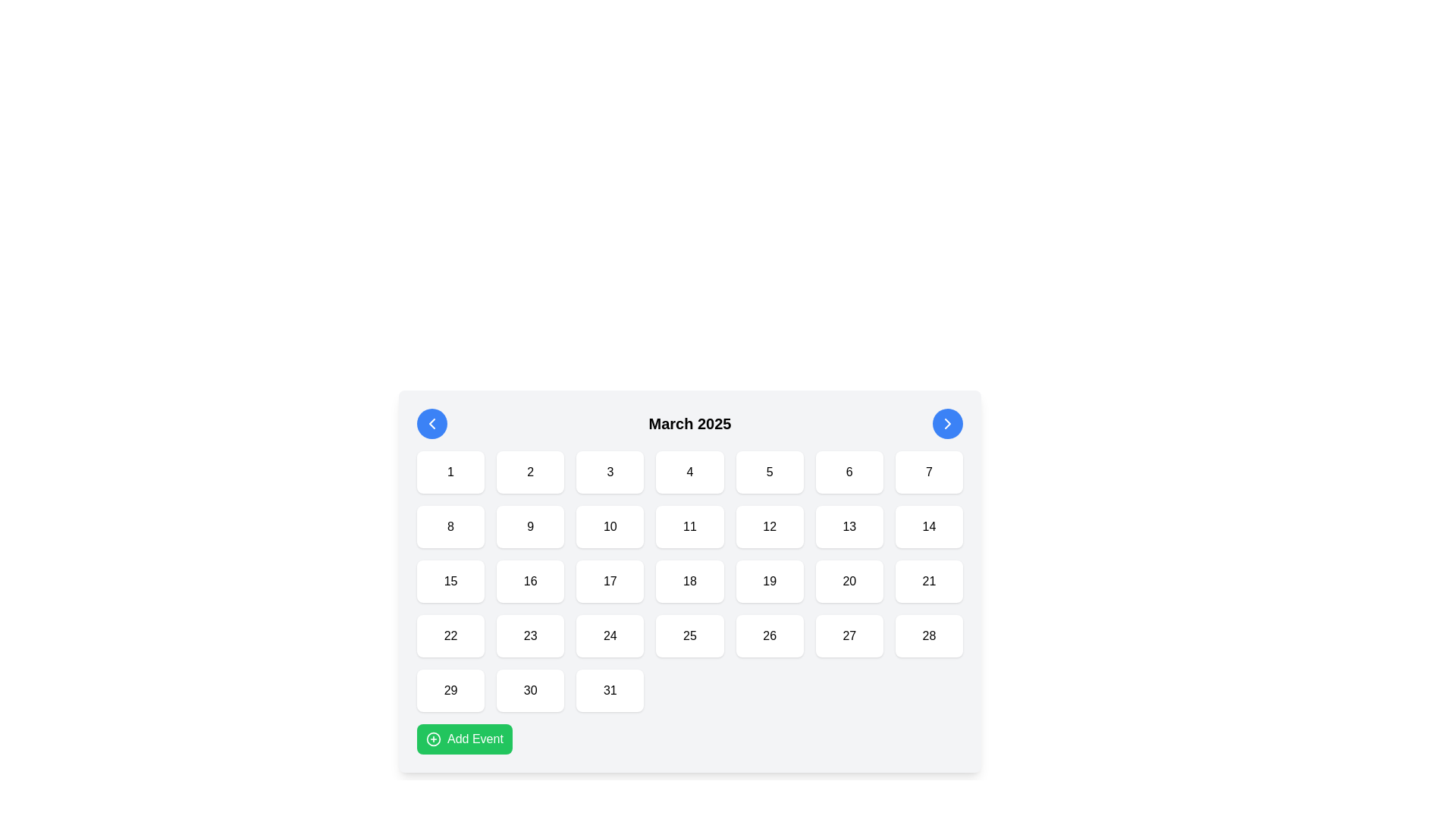 This screenshot has height=819, width=1456. Describe the element at coordinates (769, 636) in the screenshot. I see `the date '26' button in the calendar view` at that location.